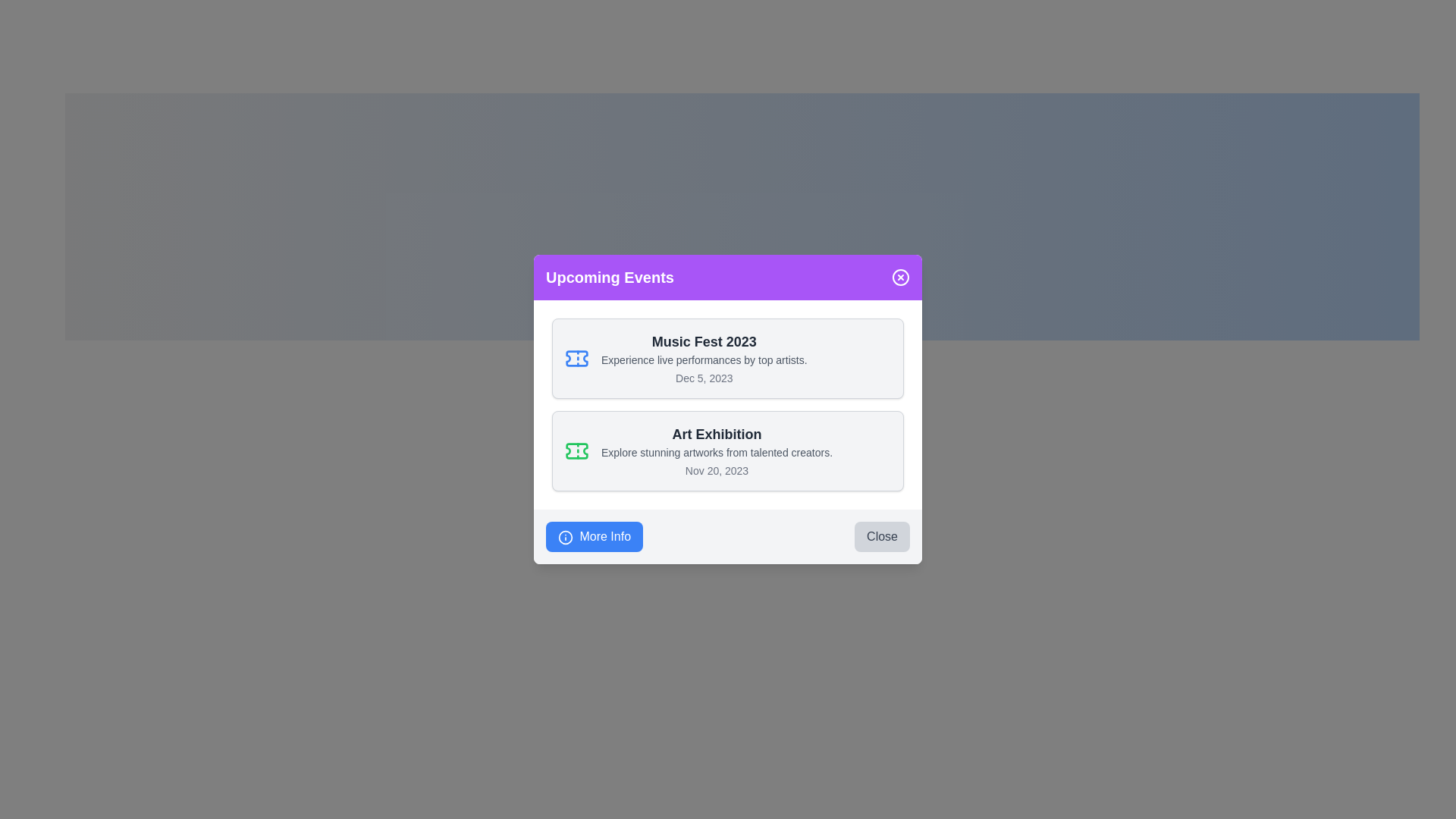 The height and width of the screenshot is (819, 1456). I want to click on to interact with the 'Art Exhibition' event information card, which is the second item in the 'Upcoming Events' section of the modal, so click(728, 450).